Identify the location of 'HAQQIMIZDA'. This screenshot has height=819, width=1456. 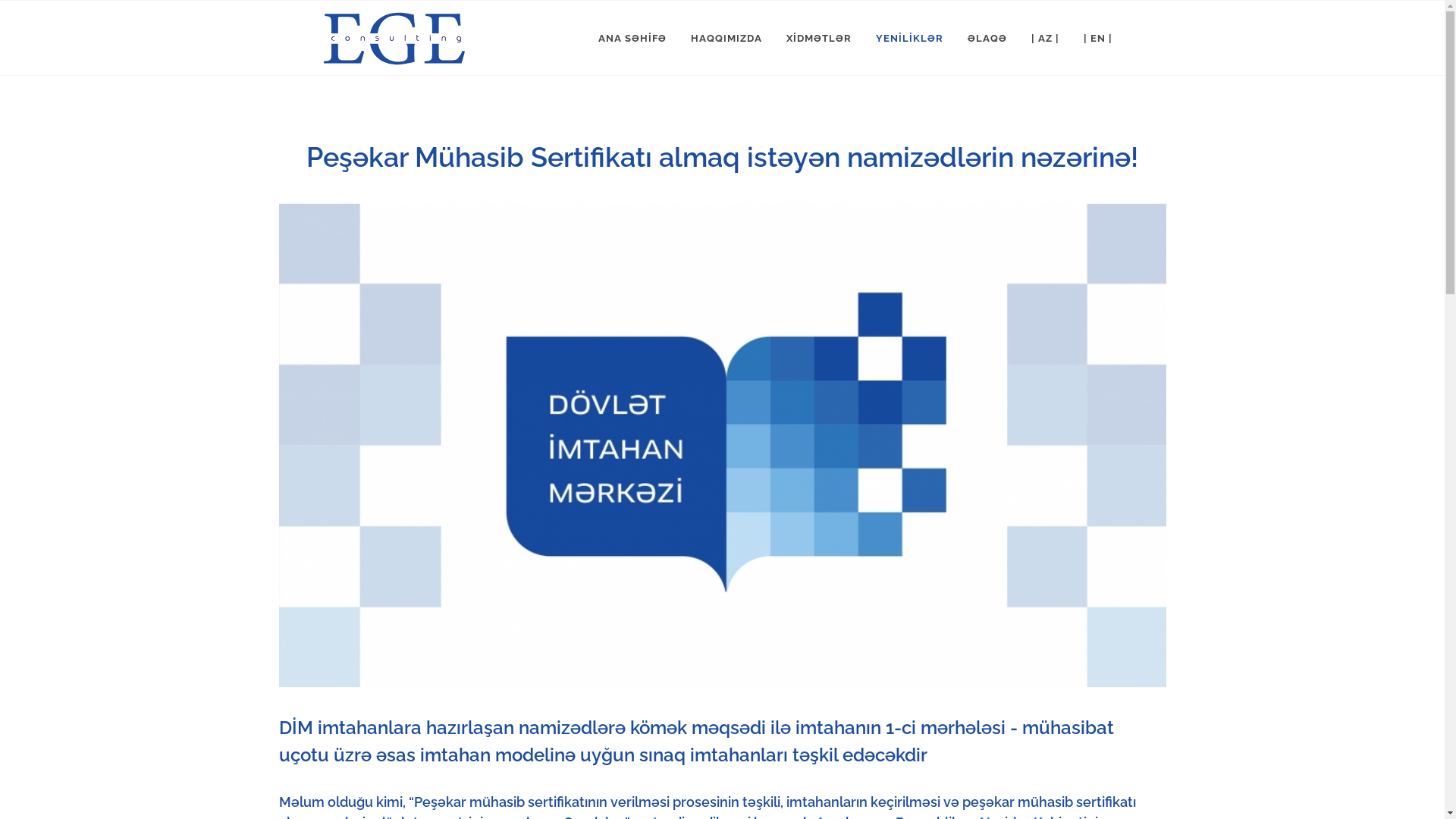
(726, 37).